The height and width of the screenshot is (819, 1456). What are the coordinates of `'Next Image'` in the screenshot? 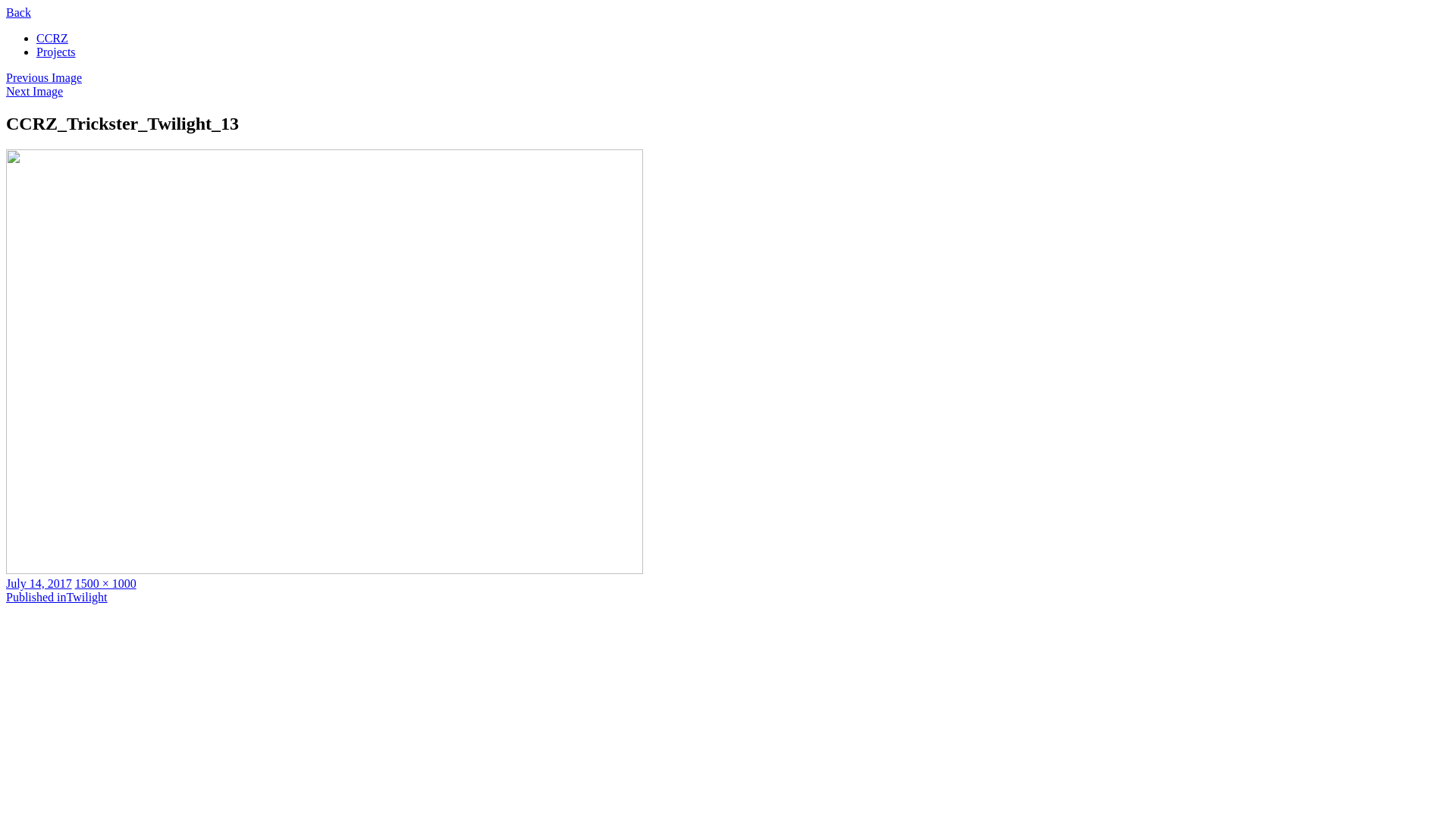 It's located at (34, 91).